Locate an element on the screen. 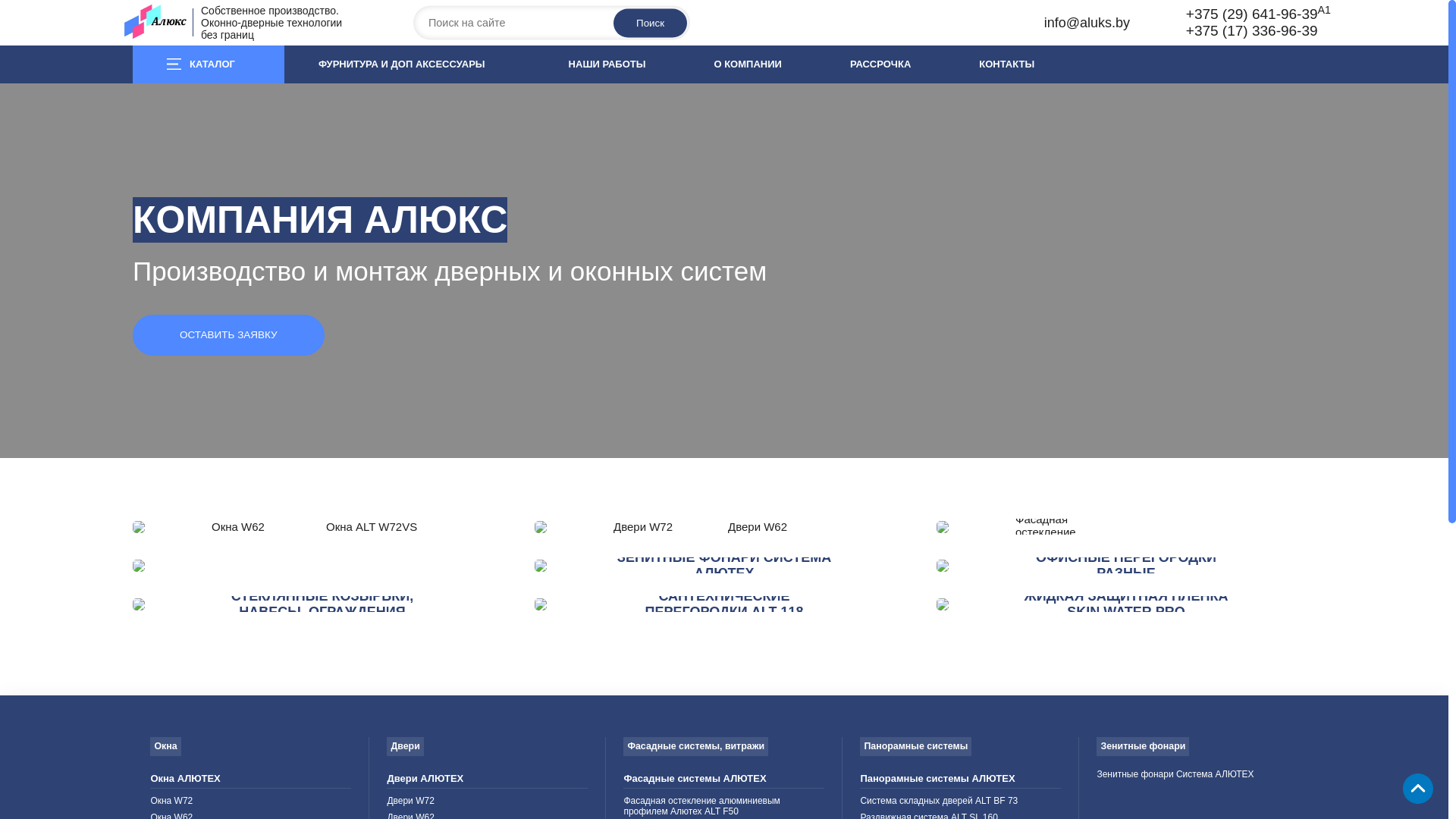 This screenshot has width=1456, height=819. '+375 (17) 336-96-39' is located at coordinates (1252, 30).